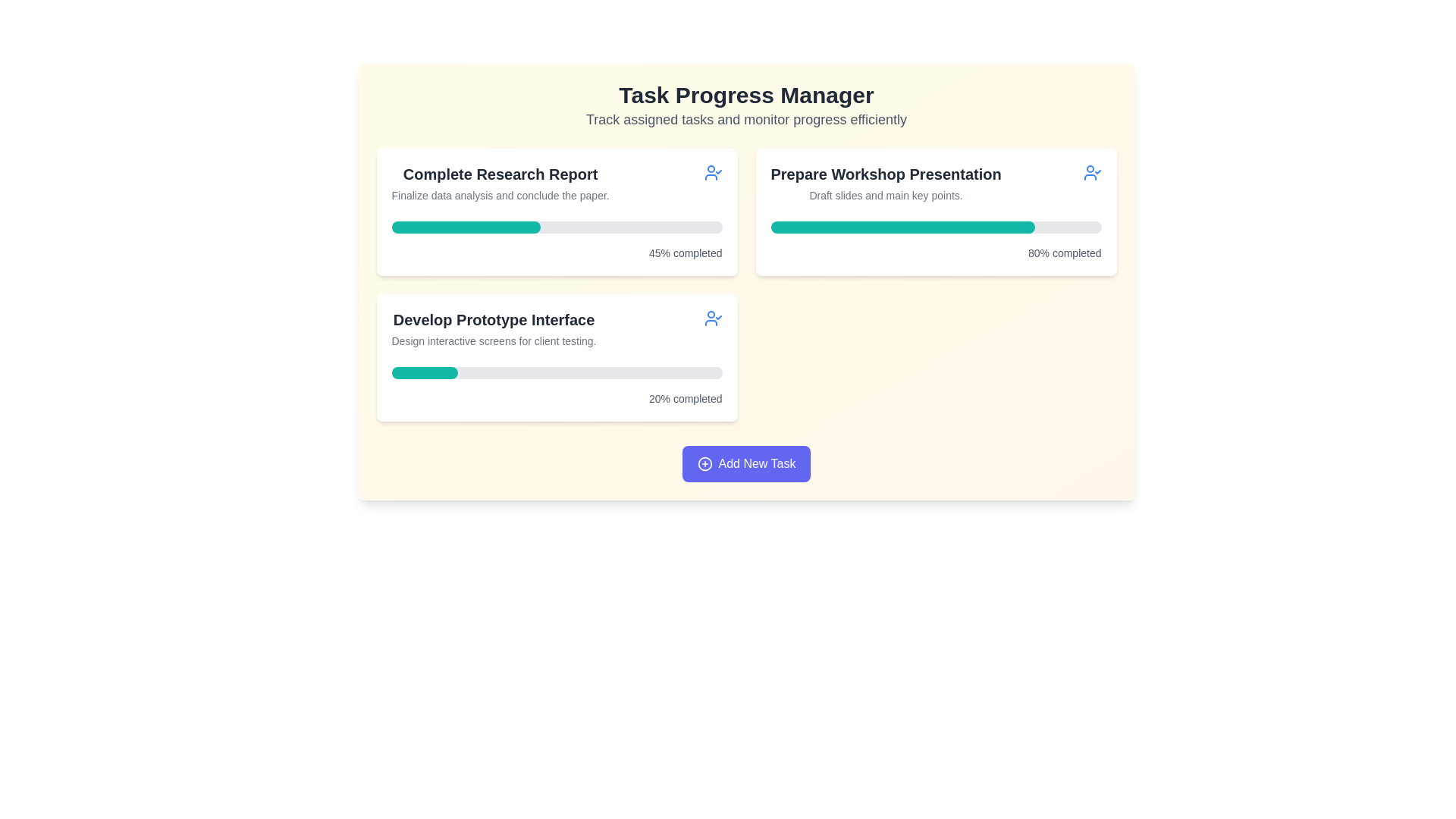 The height and width of the screenshot is (819, 1456). I want to click on the blue user icon with a checkmark symbol in the top-right corner of the 'Develop Prototype Interface' task card for information, so click(712, 318).